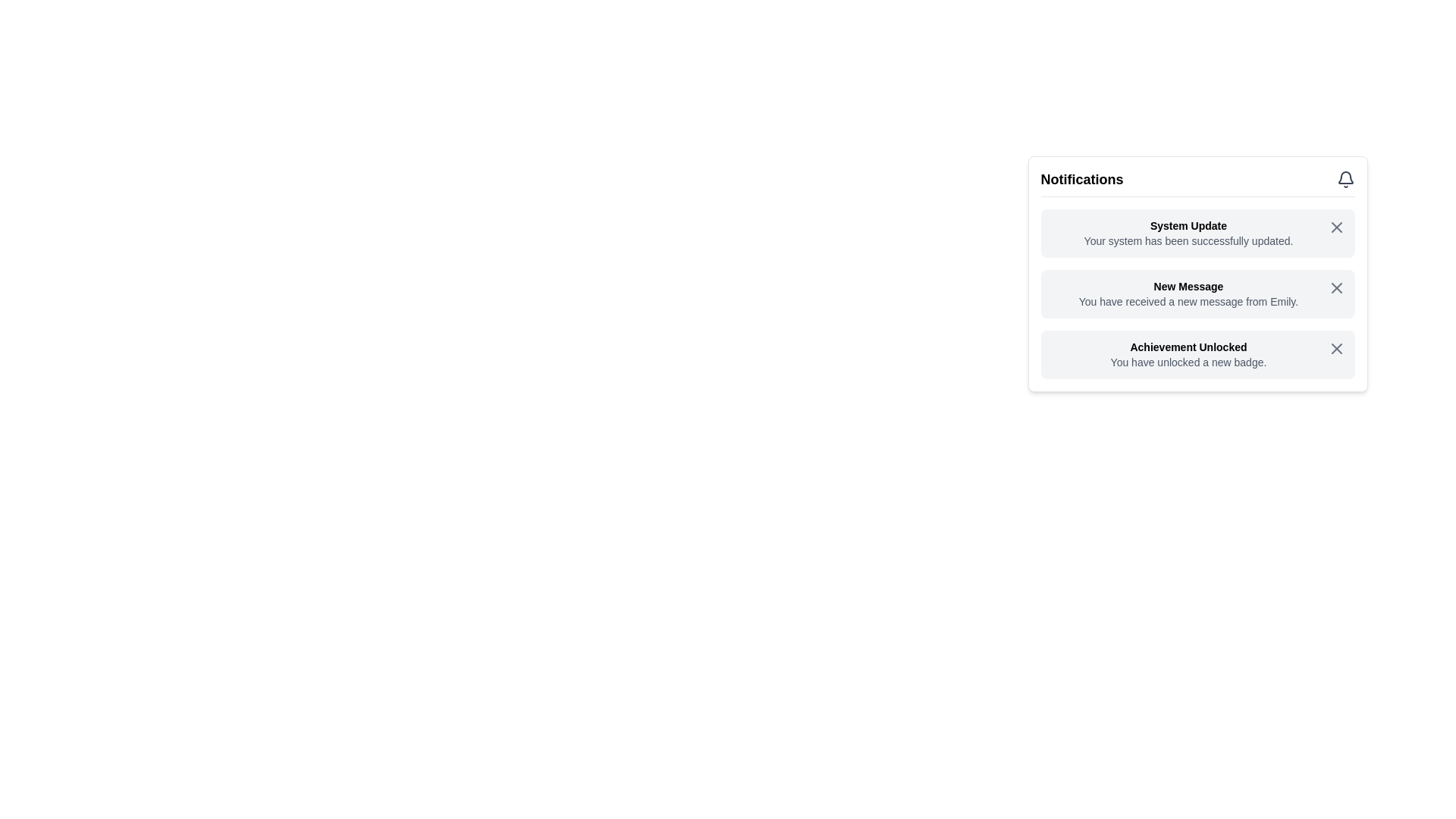 The image size is (1456, 819). What do you see at coordinates (1336, 348) in the screenshot?
I see `the close icon button located at the far right side of the 'Achievement Unlocked' notification` at bounding box center [1336, 348].